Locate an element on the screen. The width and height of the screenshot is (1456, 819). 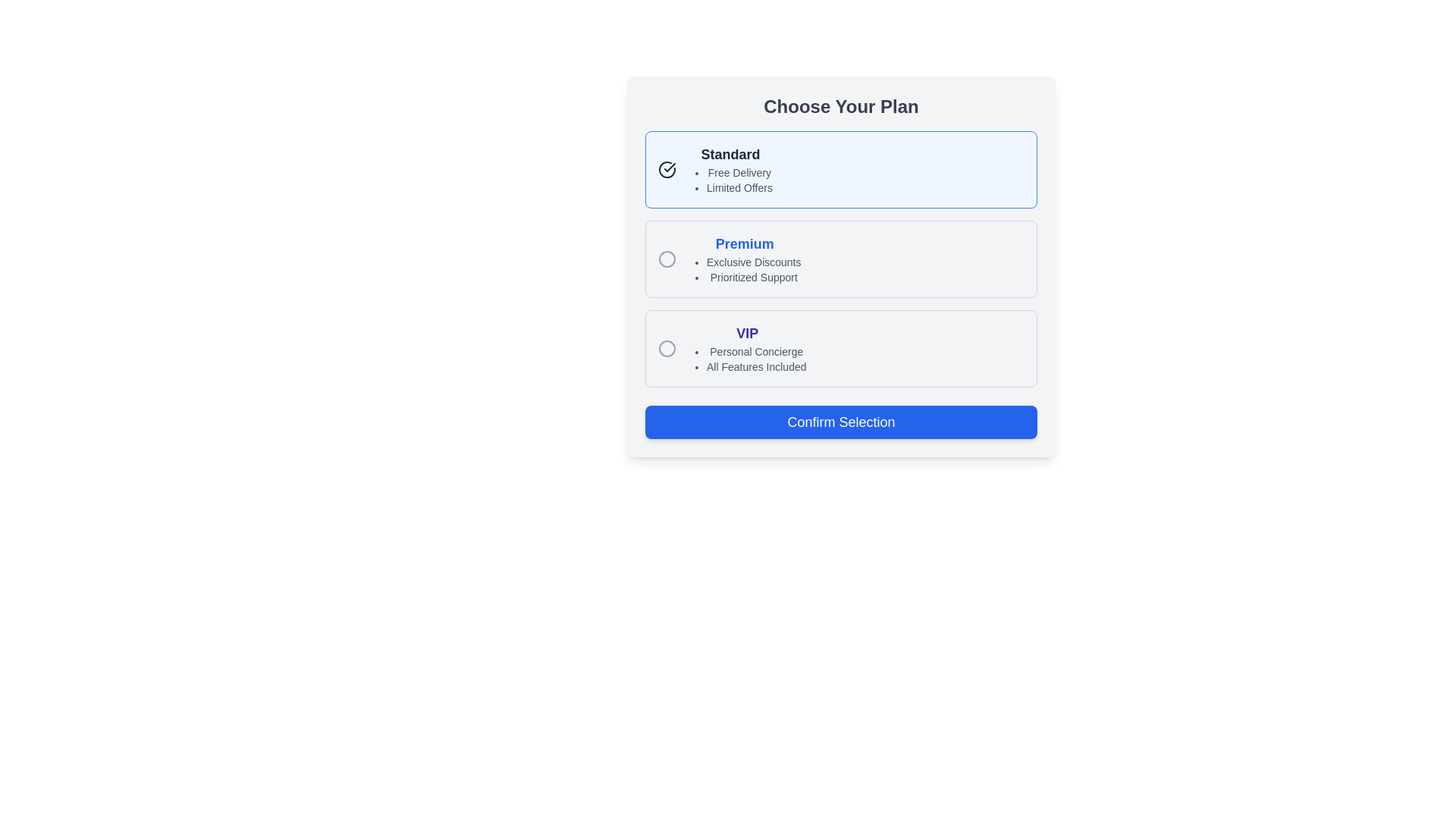
the heading text 'Choose Your Plan', which is styled with large, bold, dark gray font and is positioned at the top of a plan selection card is located at coordinates (840, 106).